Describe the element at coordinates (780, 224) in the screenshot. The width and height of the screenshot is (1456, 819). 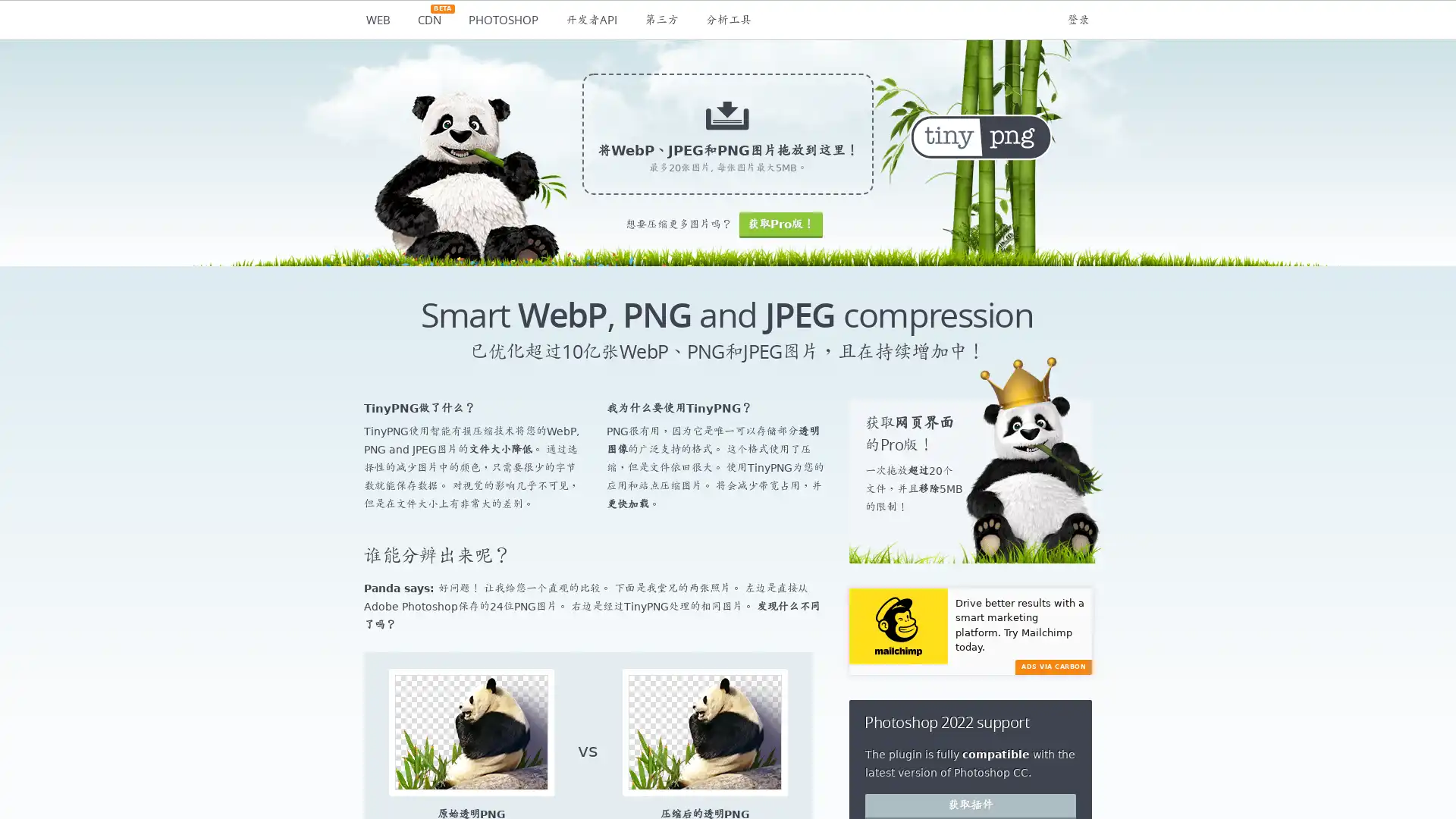
I see `Pro!` at that location.